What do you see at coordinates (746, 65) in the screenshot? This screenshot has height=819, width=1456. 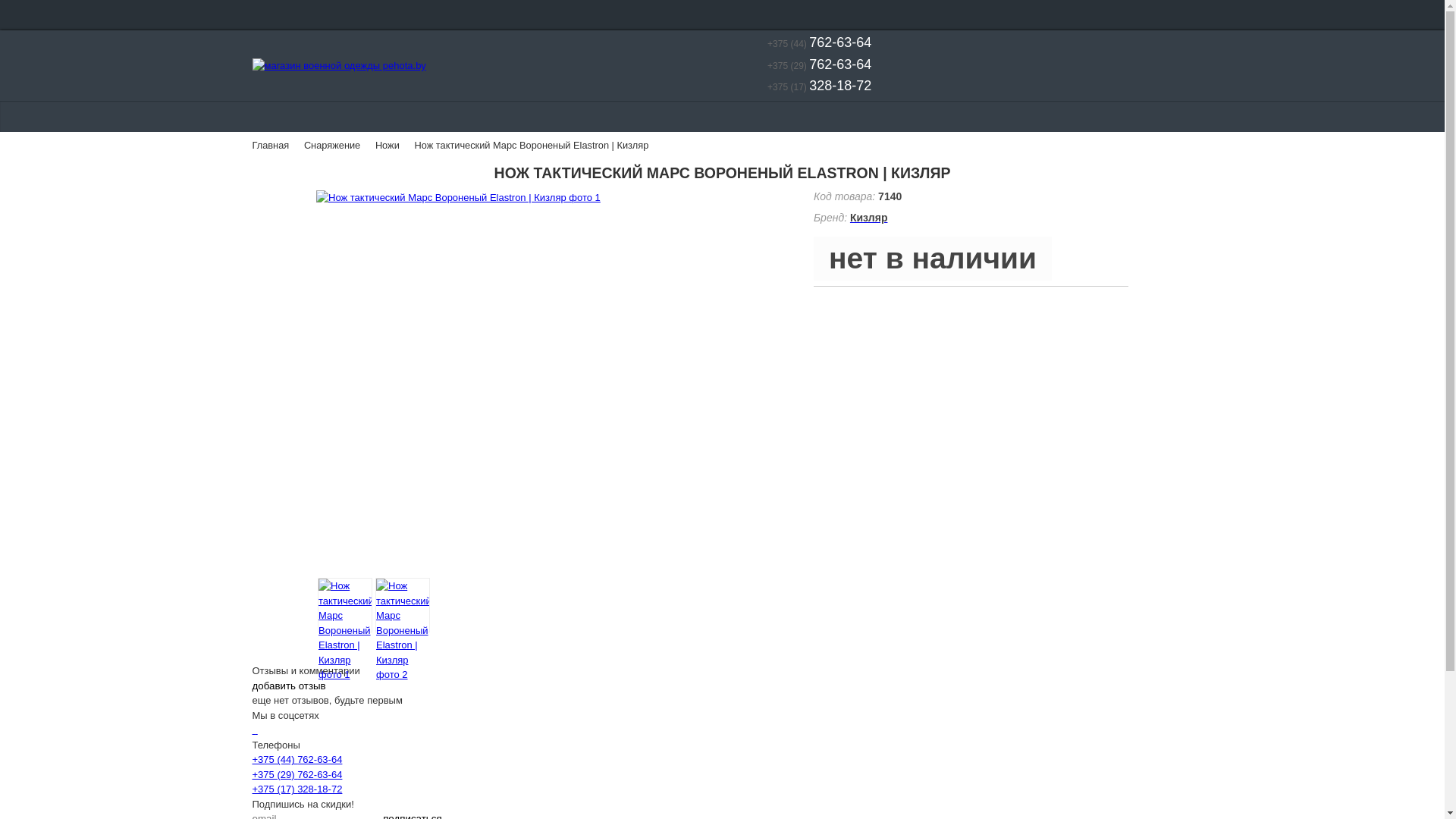 I see `'+375 (29) 762-63-64'` at bounding box center [746, 65].